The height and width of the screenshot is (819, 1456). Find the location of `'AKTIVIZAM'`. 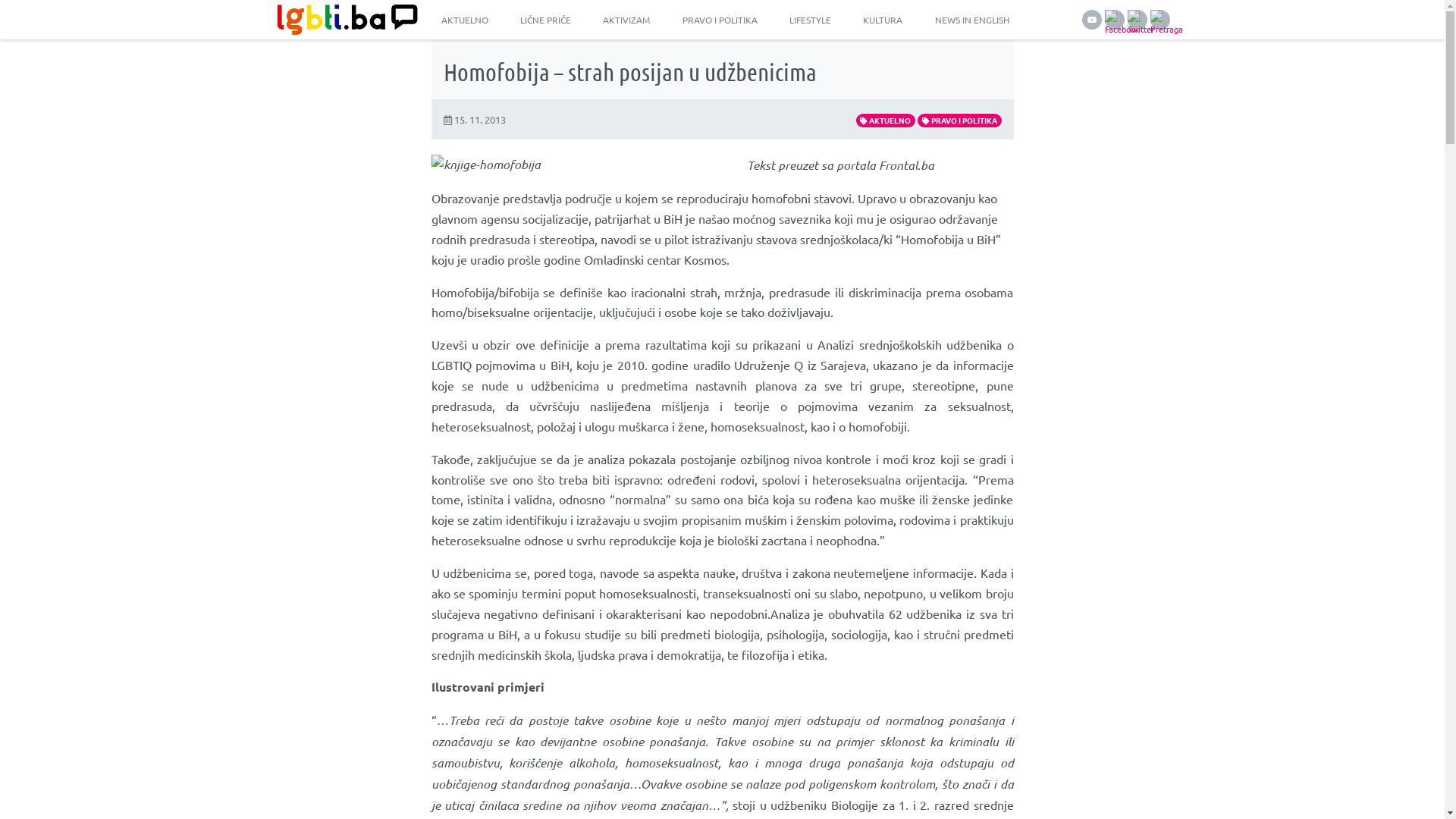

'AKTIVIZAM' is located at coordinates (596, 20).